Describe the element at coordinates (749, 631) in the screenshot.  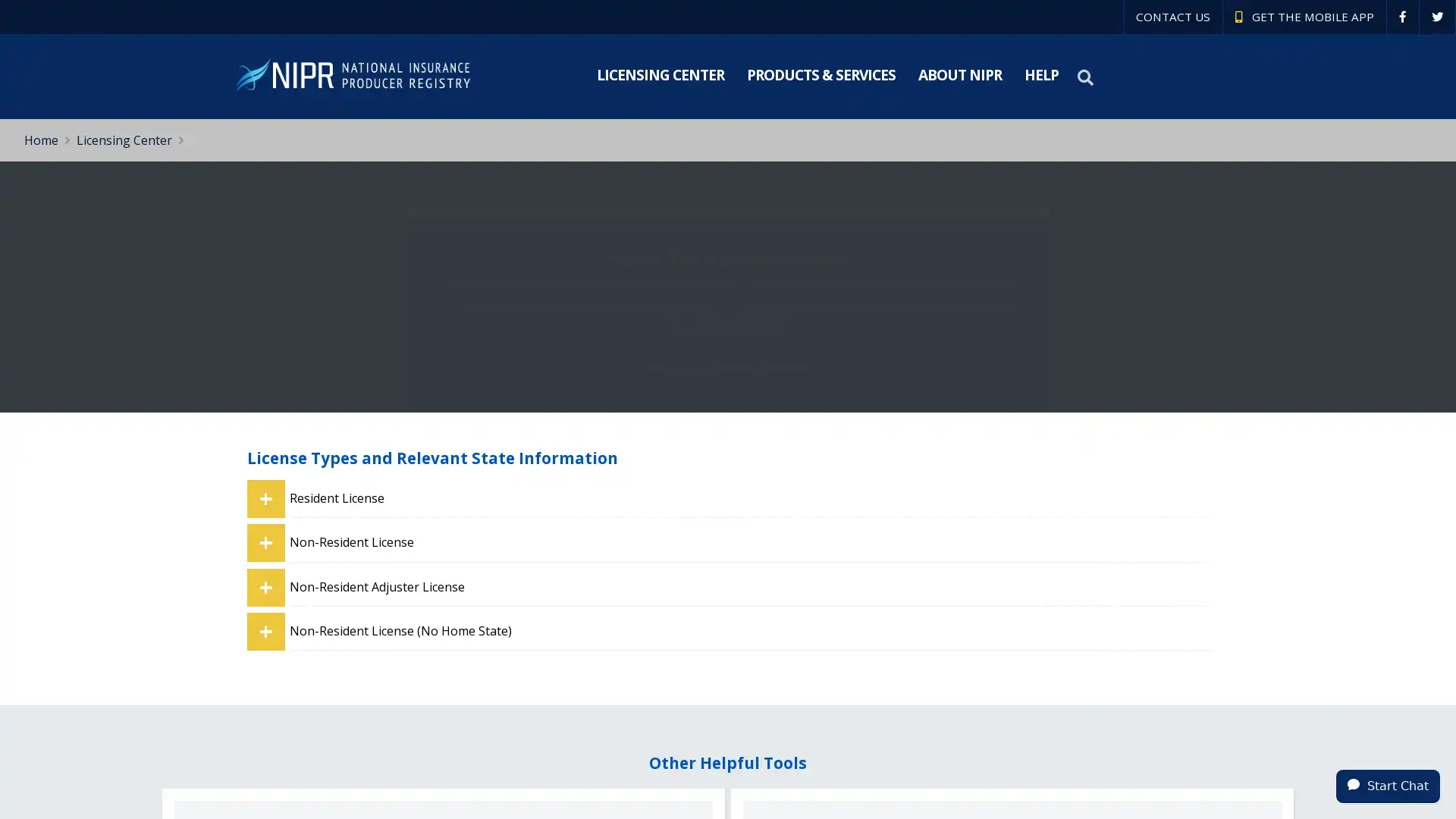
I see `Non-Resident License (No Home State)` at that location.